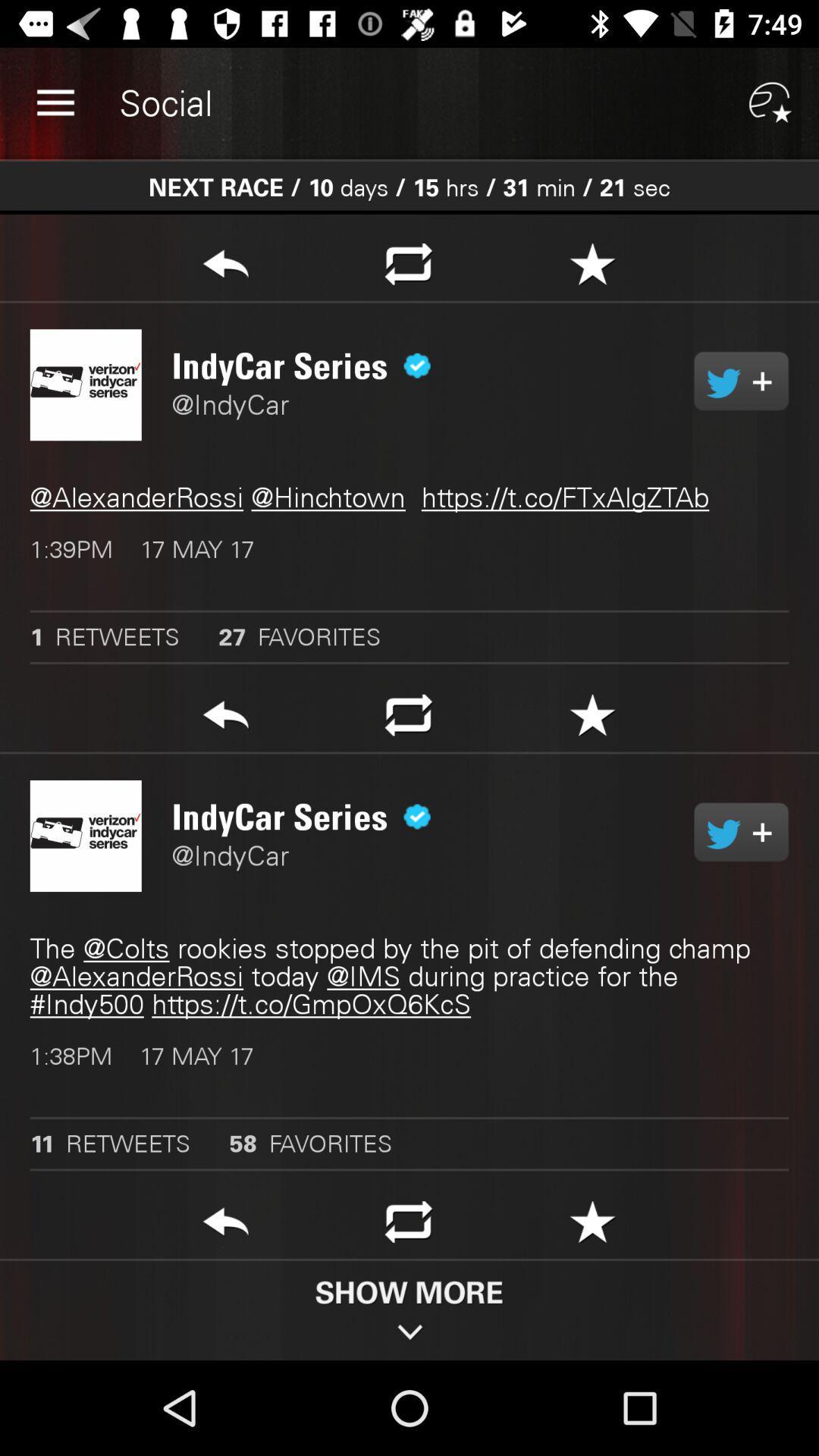  I want to click on the text which is below indycar series, so click(409, 497).